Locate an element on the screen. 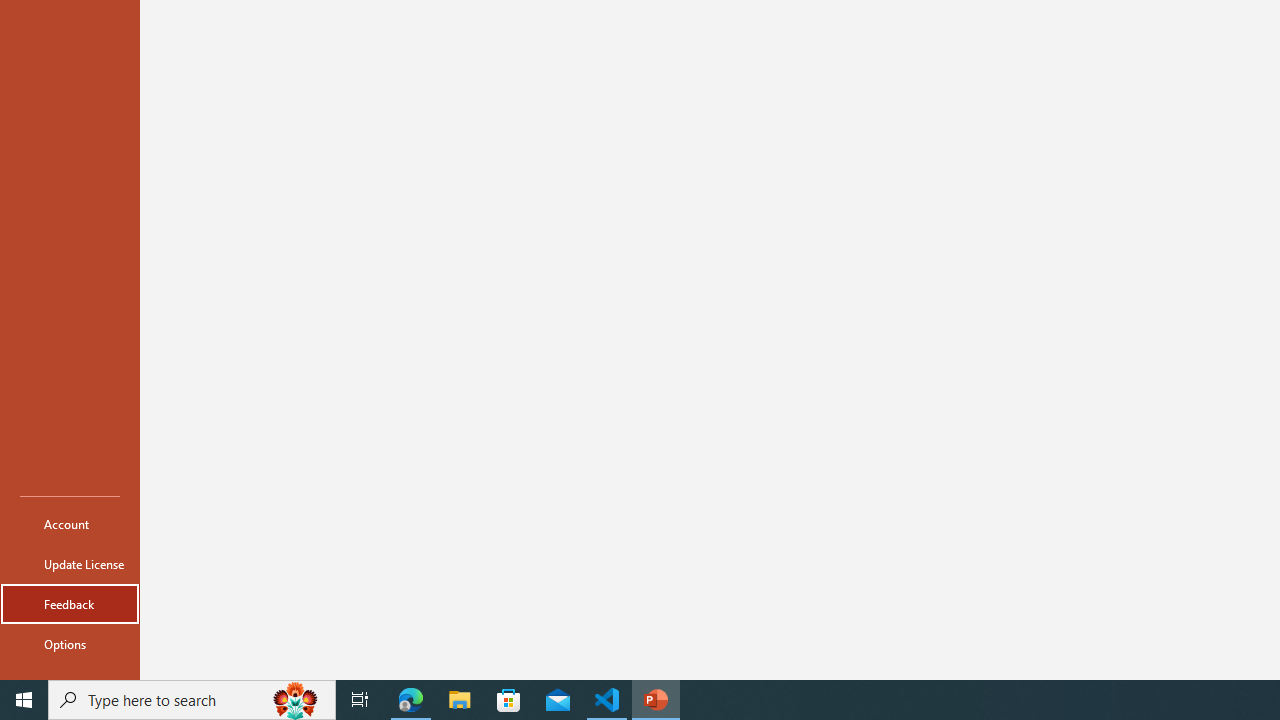  'Account' is located at coordinates (69, 523).